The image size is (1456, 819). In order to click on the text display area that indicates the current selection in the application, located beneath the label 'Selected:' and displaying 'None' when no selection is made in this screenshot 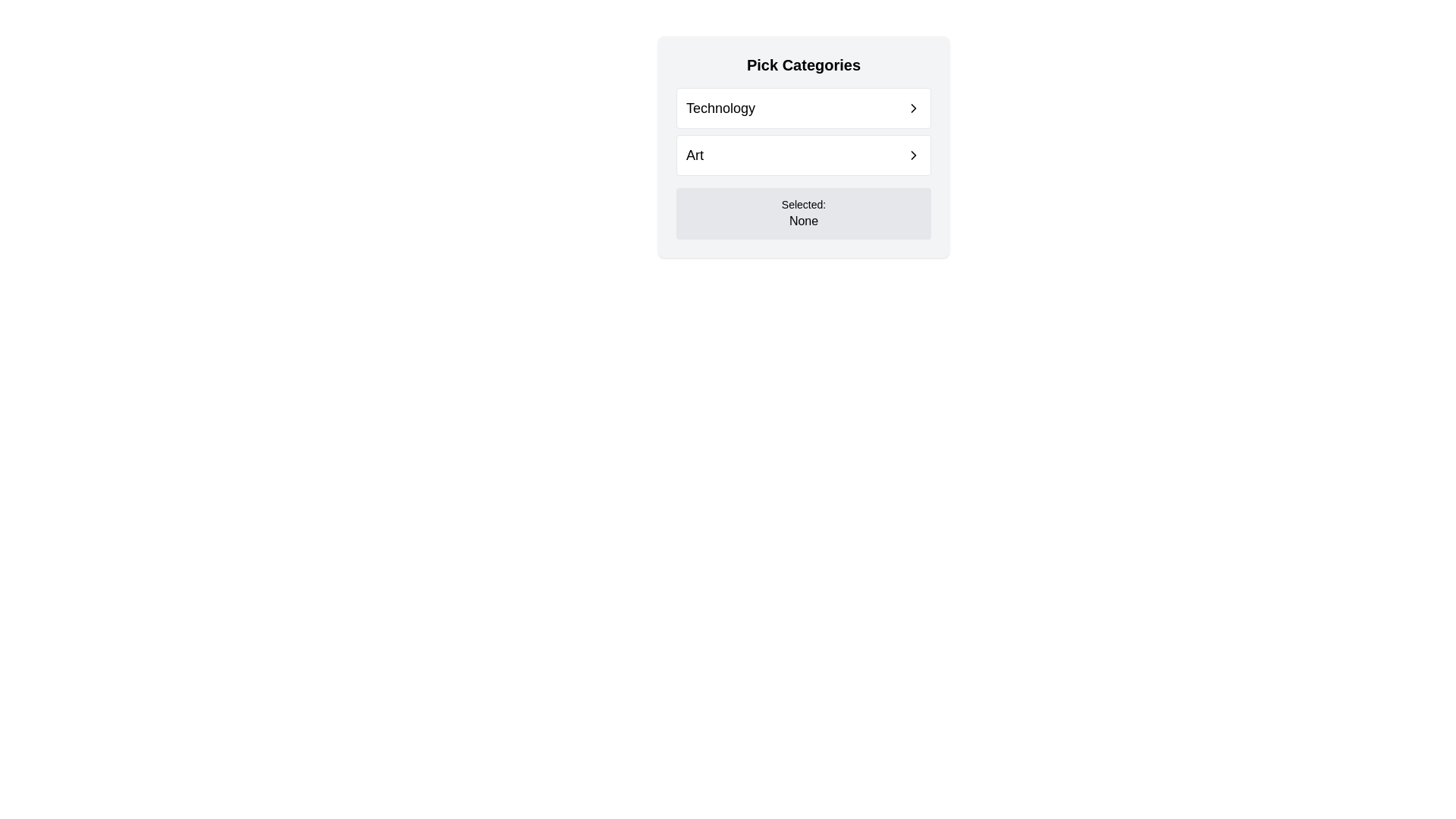, I will do `click(803, 221)`.